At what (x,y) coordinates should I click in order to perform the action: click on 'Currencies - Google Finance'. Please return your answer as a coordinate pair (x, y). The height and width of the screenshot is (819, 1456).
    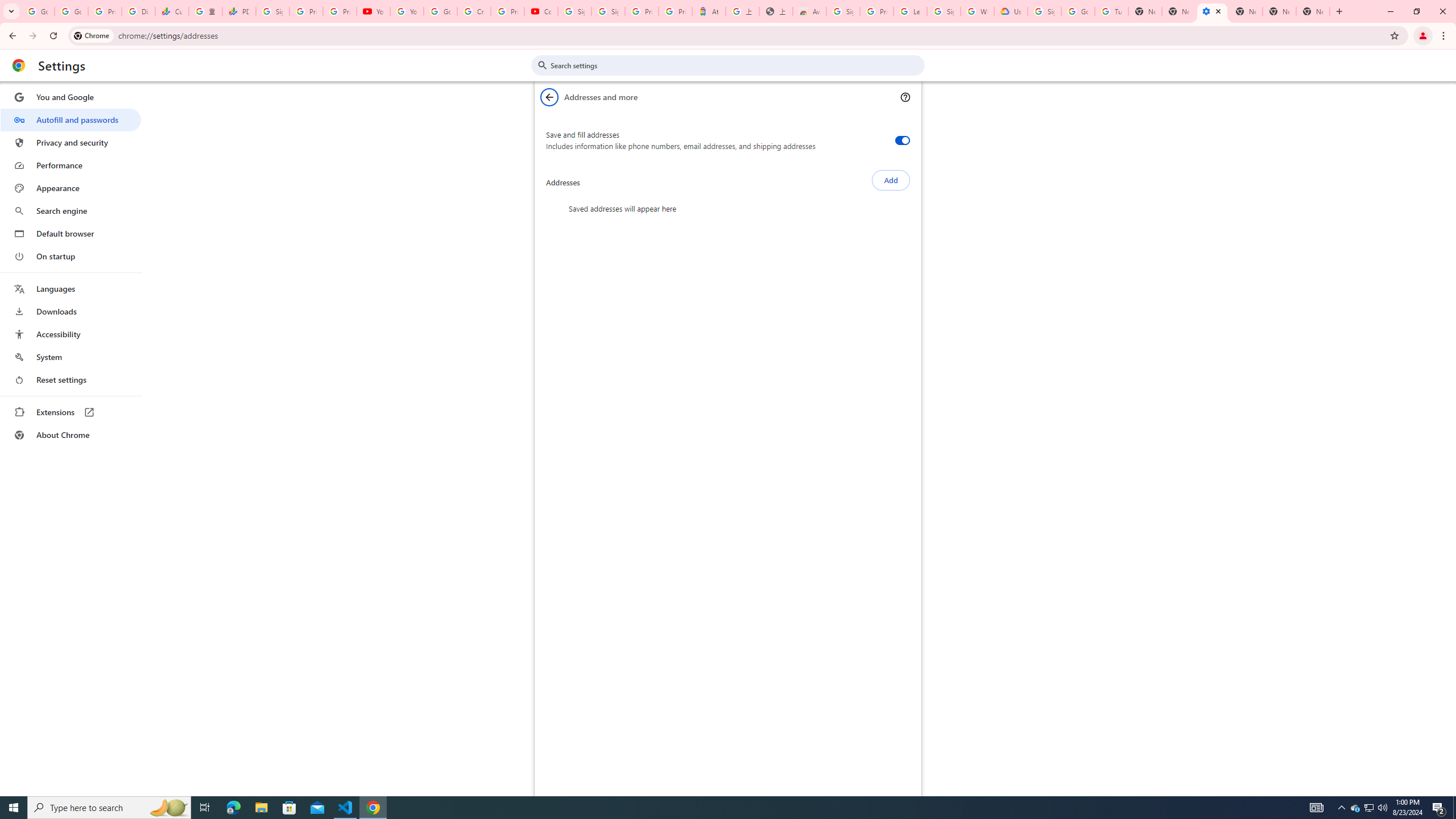
    Looking at the image, I should click on (171, 11).